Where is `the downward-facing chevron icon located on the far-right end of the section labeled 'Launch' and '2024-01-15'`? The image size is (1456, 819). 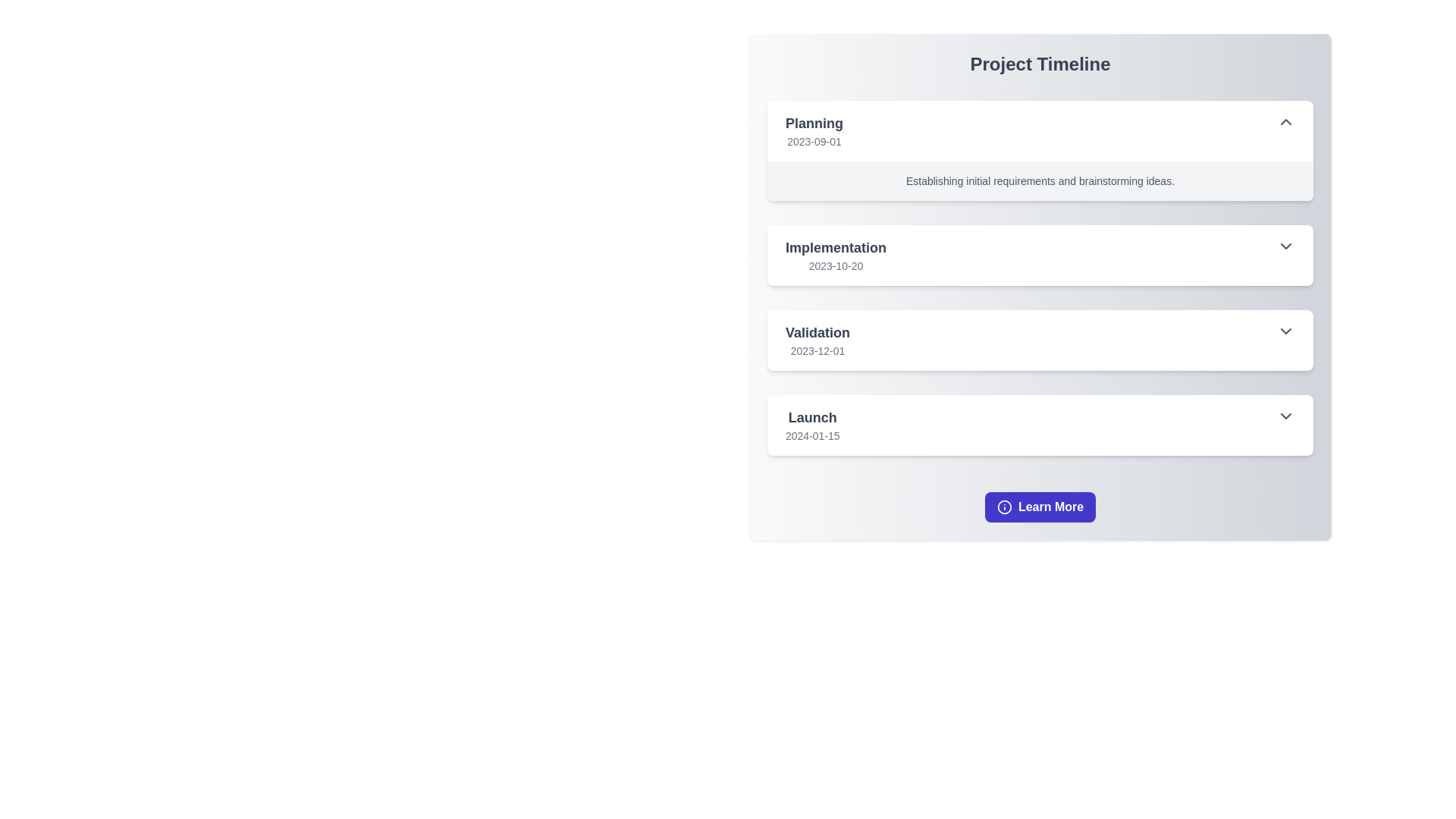
the downward-facing chevron icon located on the far-right end of the section labeled 'Launch' and '2024-01-15' is located at coordinates (1285, 416).